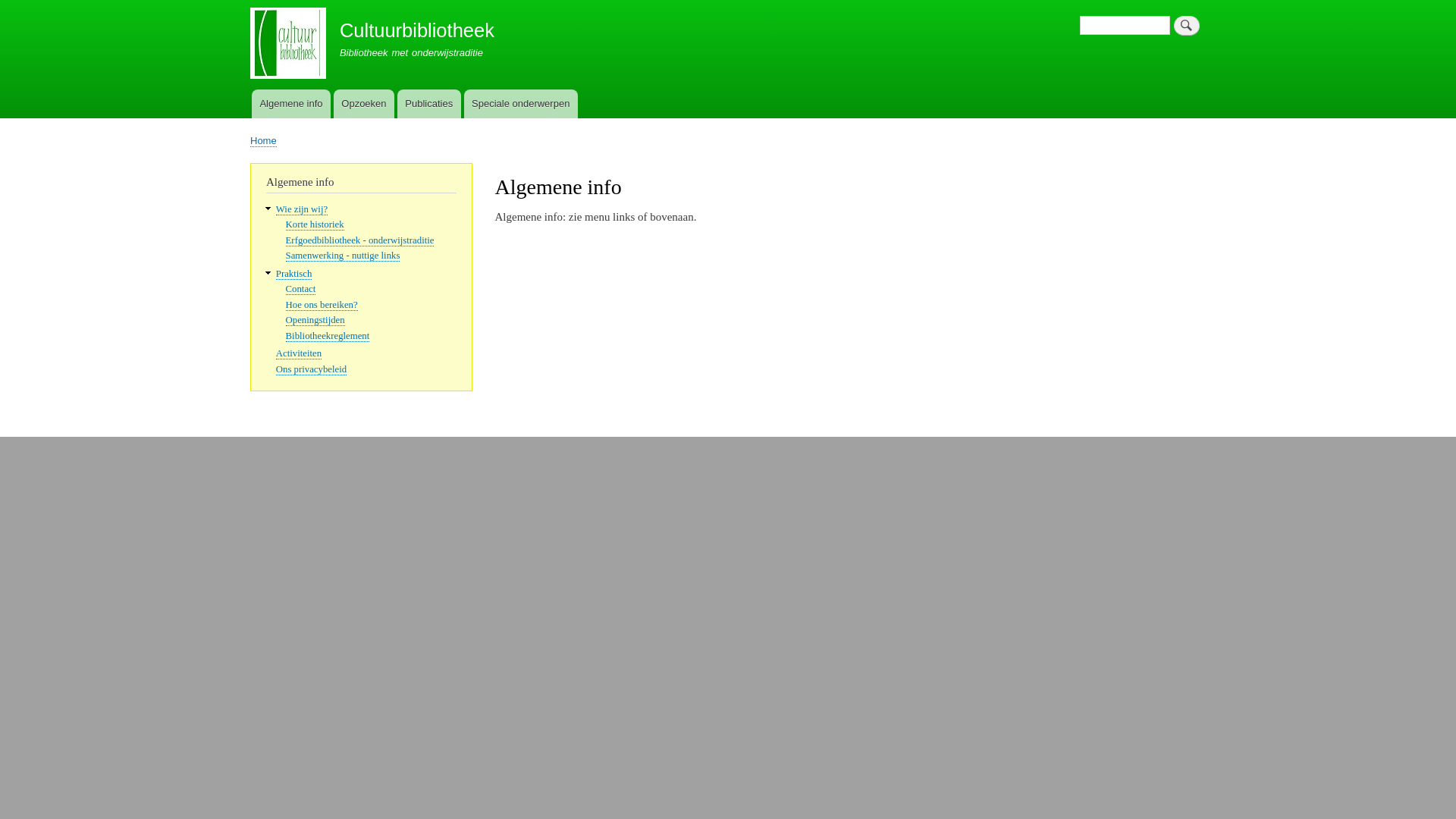  I want to click on 'Openingstijden', so click(315, 319).